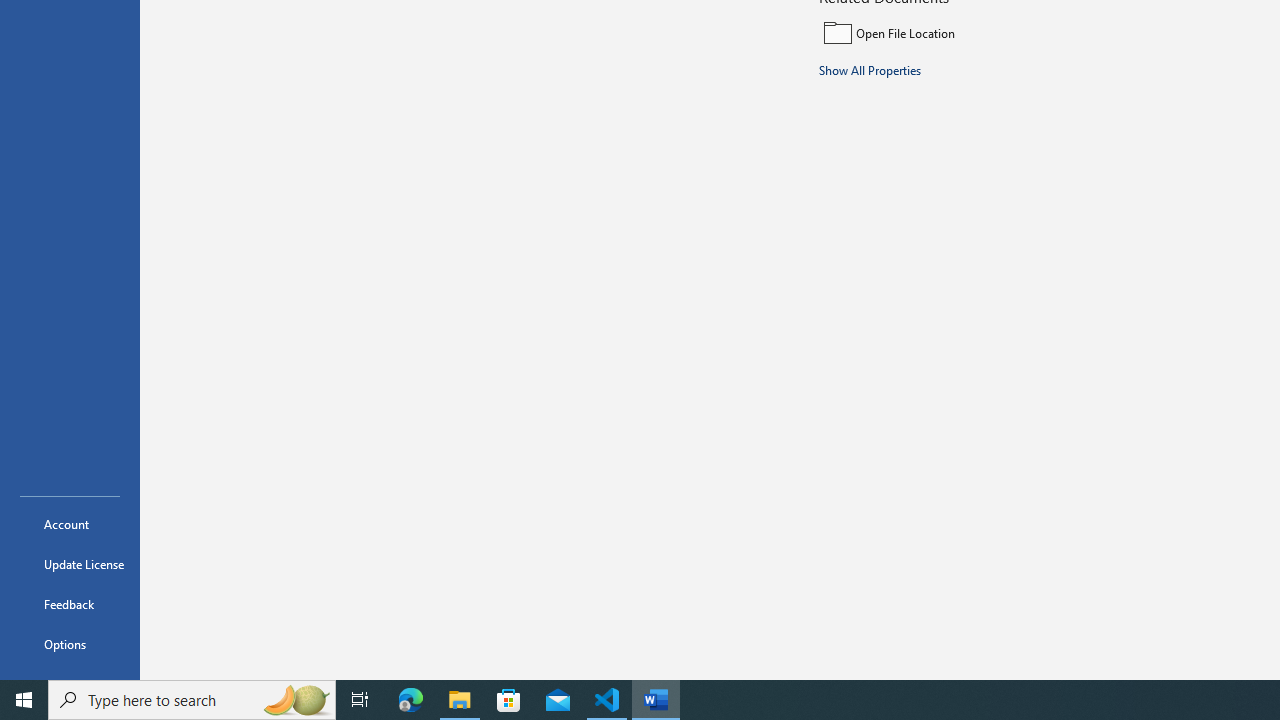  I want to click on 'Feedback', so click(69, 603).